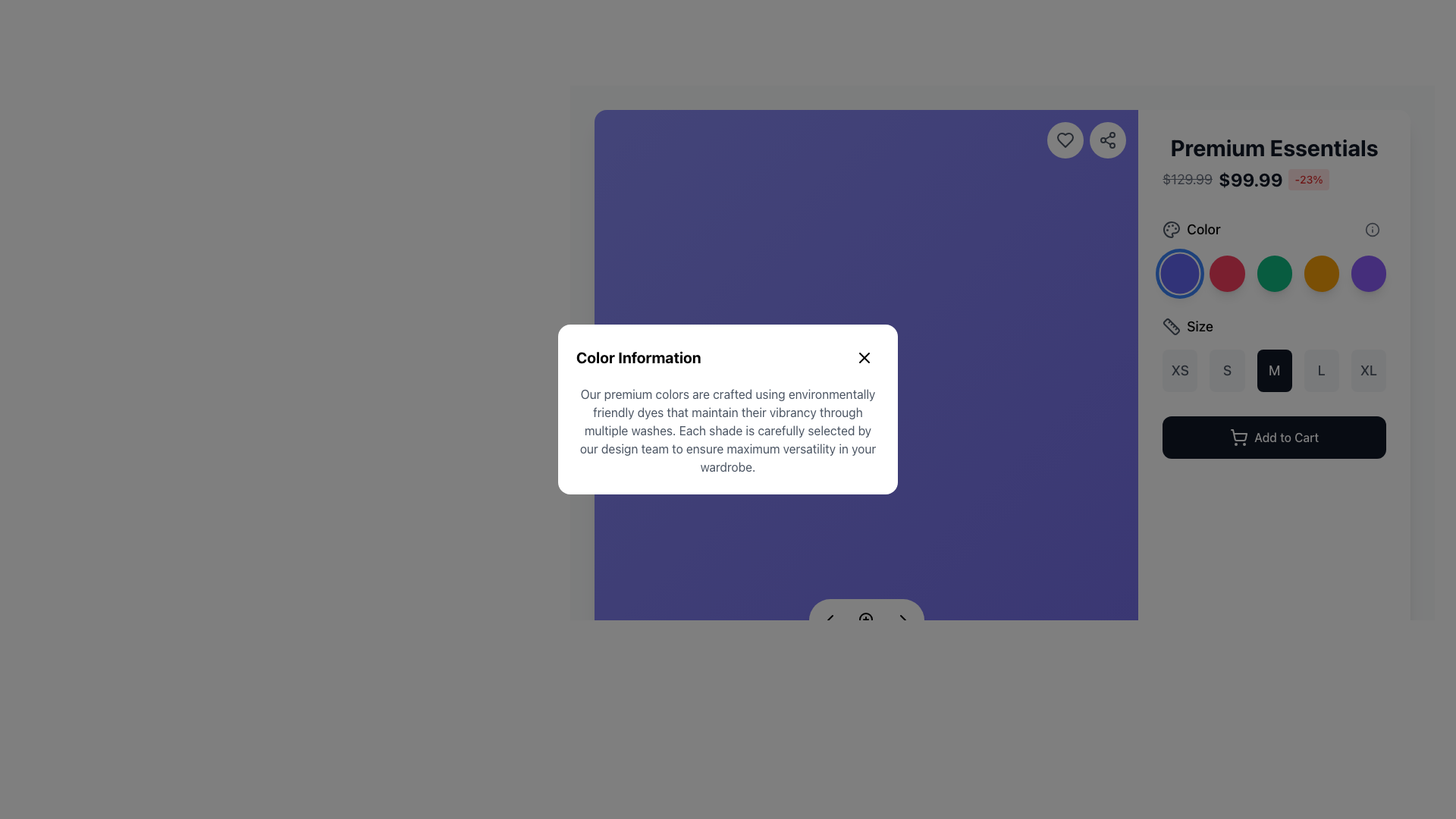 This screenshot has width=1456, height=819. I want to click on the small, circular 'X' icon button located in the top-right corner of the 'Color Information' dialog box, so click(864, 357).